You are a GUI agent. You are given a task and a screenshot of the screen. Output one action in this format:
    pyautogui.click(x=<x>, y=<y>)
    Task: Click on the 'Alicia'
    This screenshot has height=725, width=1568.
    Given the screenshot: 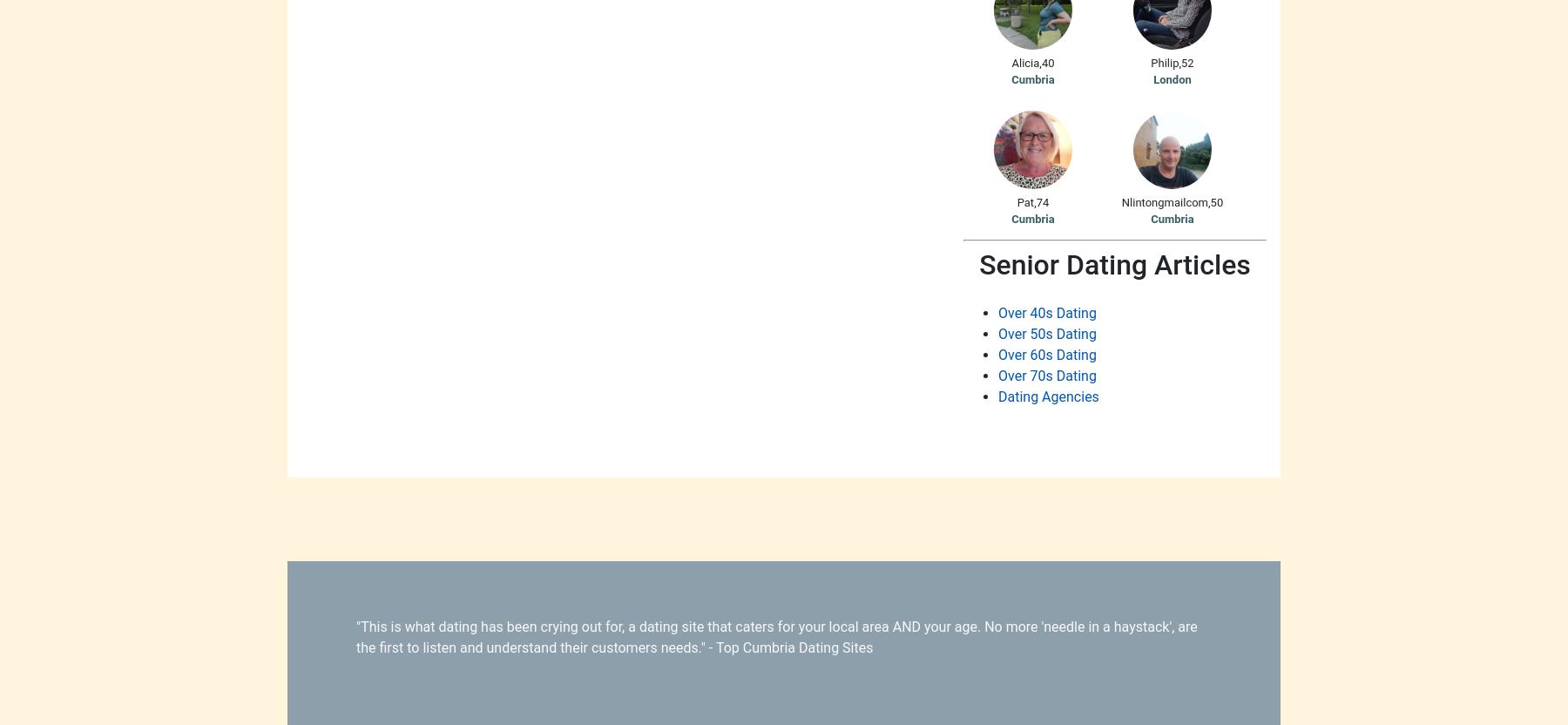 What is the action you would take?
    pyautogui.click(x=1010, y=61)
    